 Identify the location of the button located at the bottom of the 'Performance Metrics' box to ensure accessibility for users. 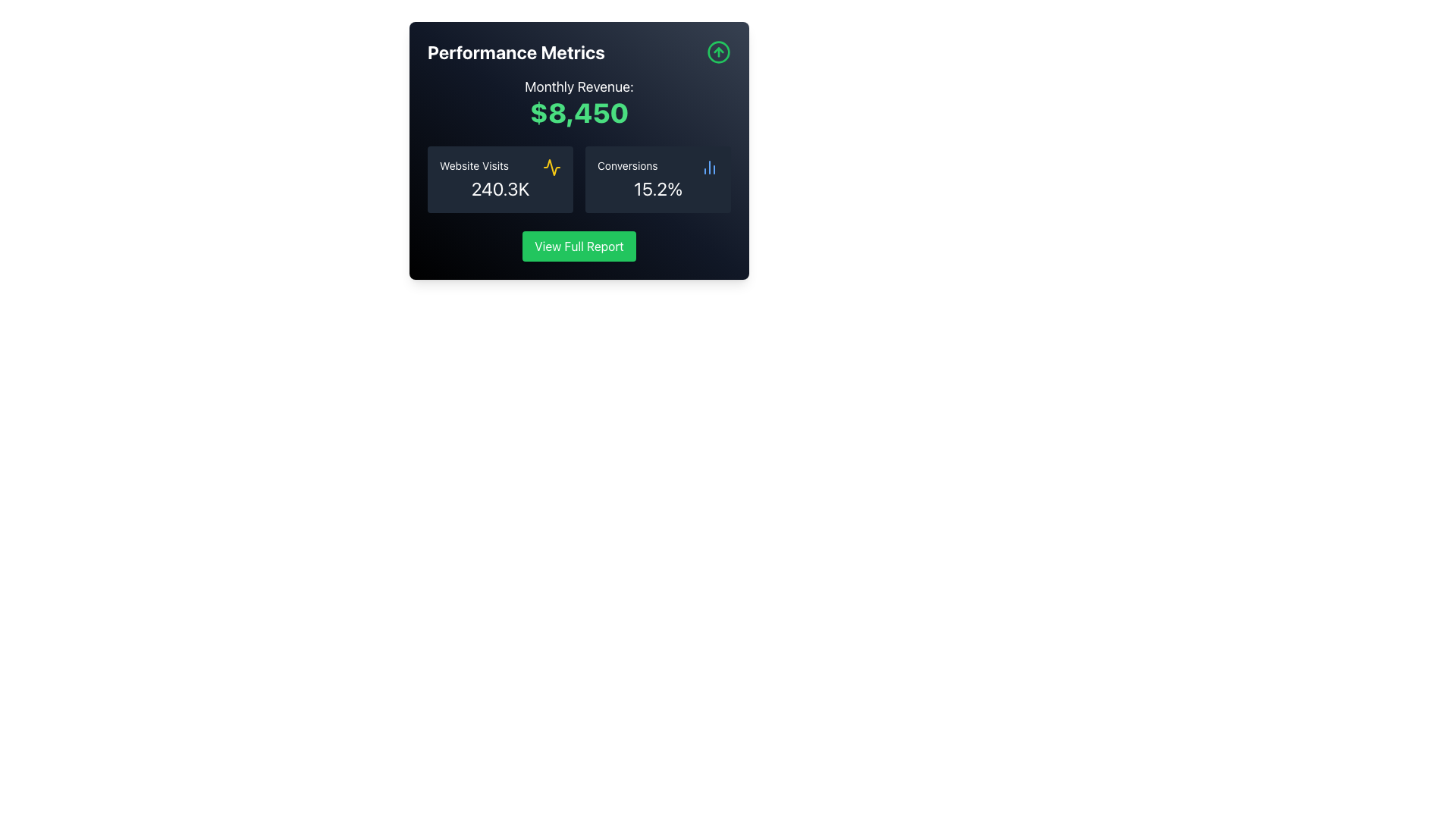
(578, 245).